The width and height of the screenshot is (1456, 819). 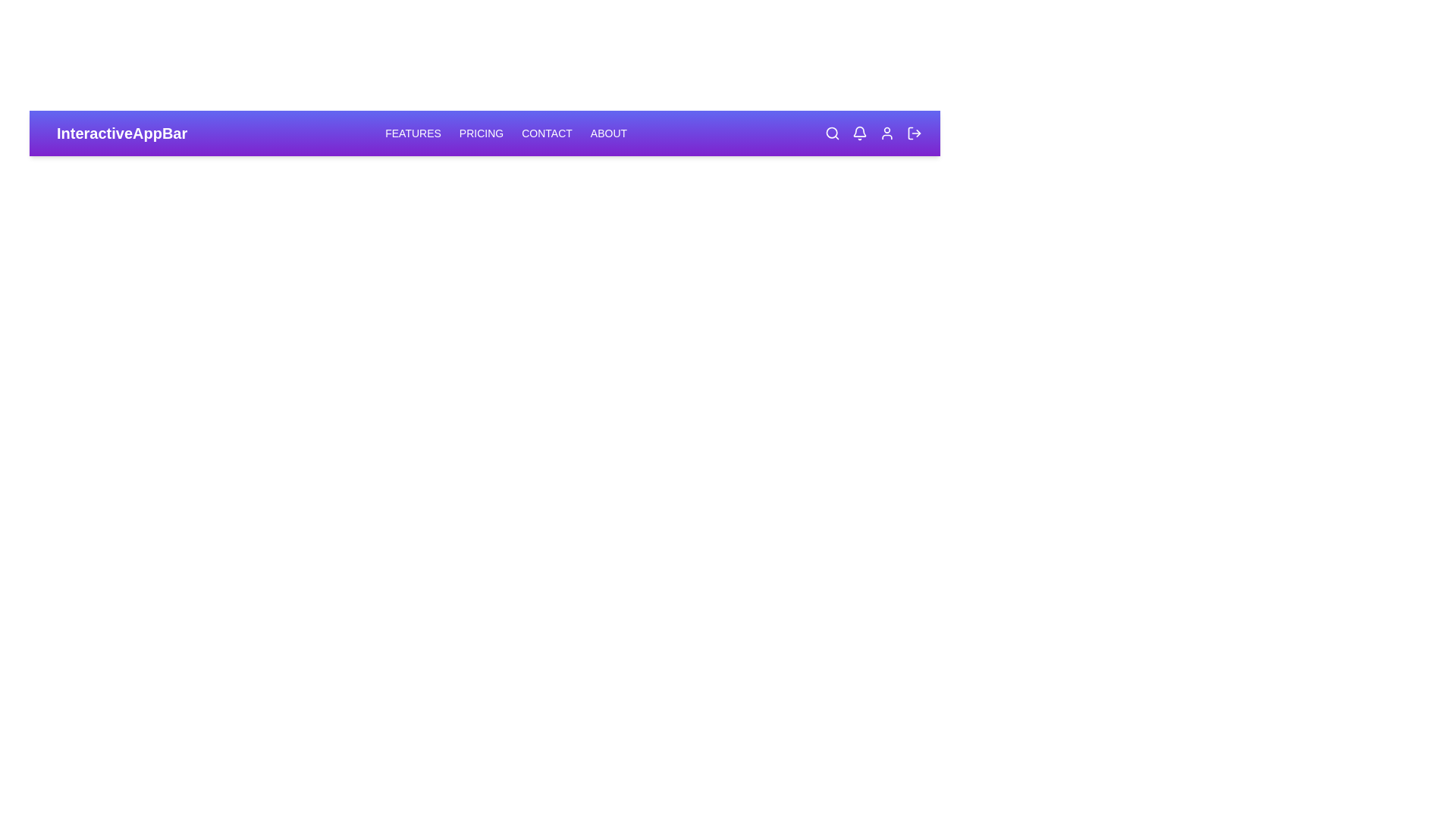 I want to click on the 'Pricing' navigation link, so click(x=480, y=133).